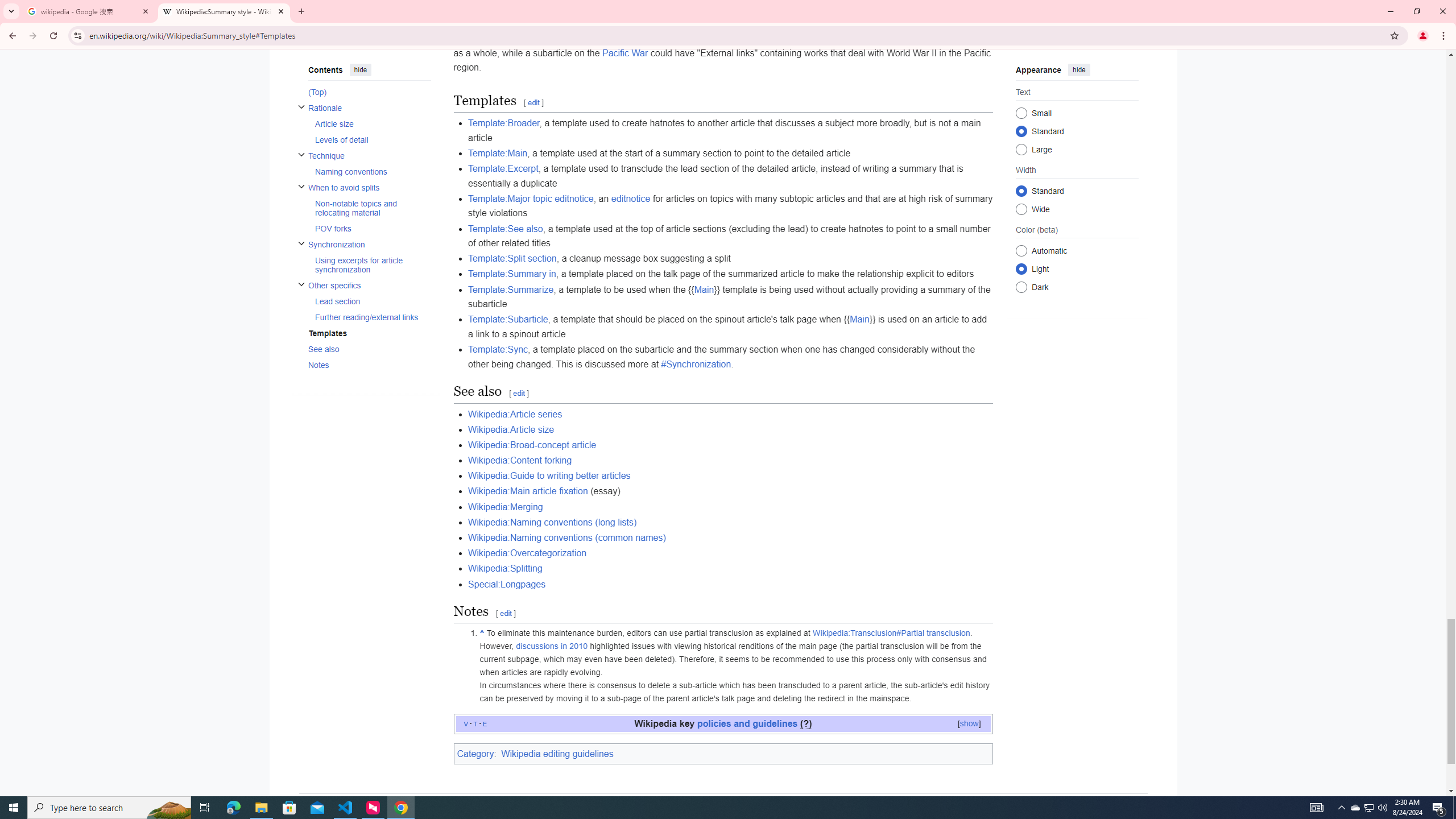  Describe the element at coordinates (514, 413) in the screenshot. I see `'Wikipedia:Article series'` at that location.